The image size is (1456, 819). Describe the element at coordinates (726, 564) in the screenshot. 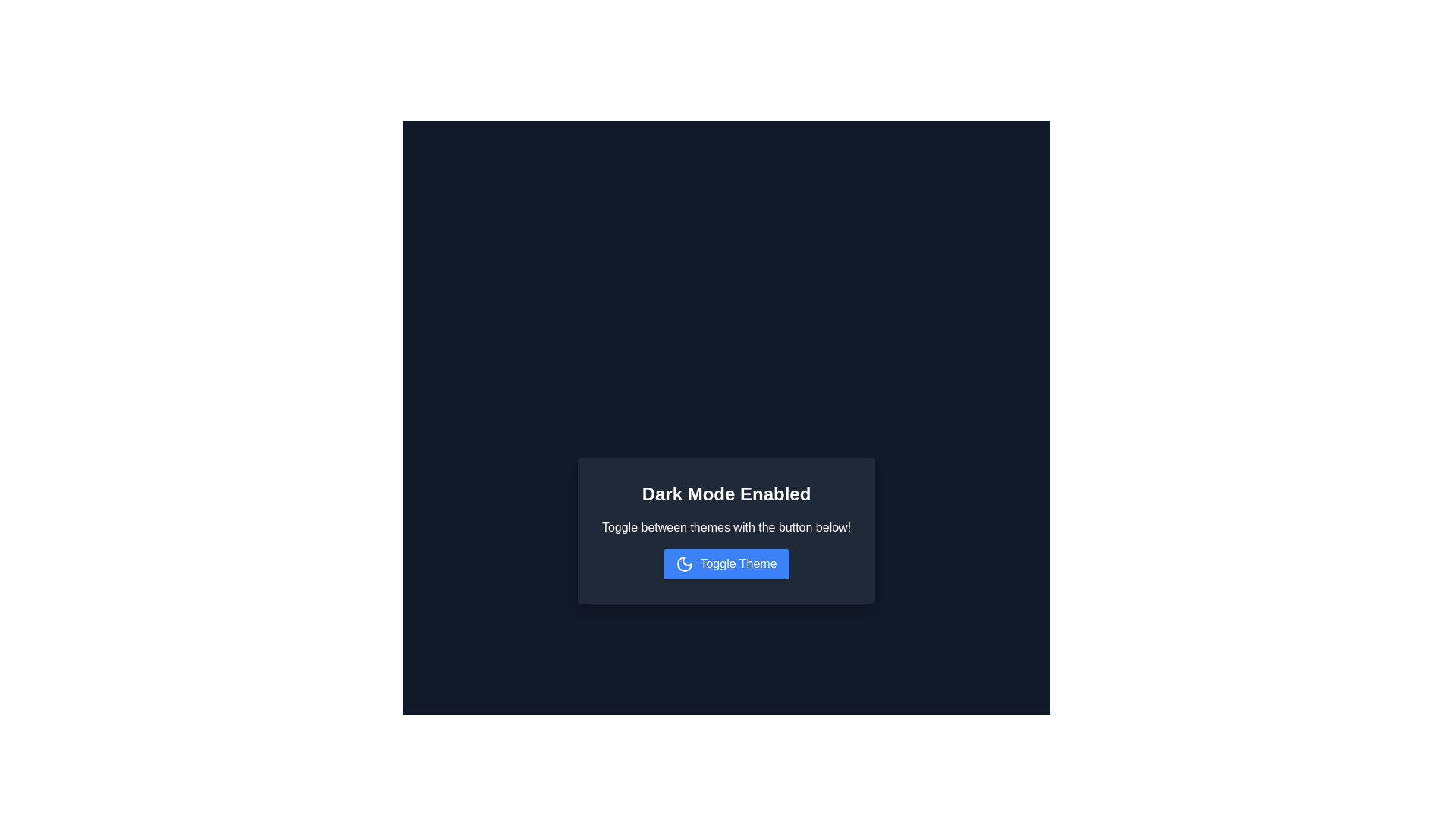

I see `the button with a blue background and a white moon icon labeled 'Toggle Theme'` at that location.